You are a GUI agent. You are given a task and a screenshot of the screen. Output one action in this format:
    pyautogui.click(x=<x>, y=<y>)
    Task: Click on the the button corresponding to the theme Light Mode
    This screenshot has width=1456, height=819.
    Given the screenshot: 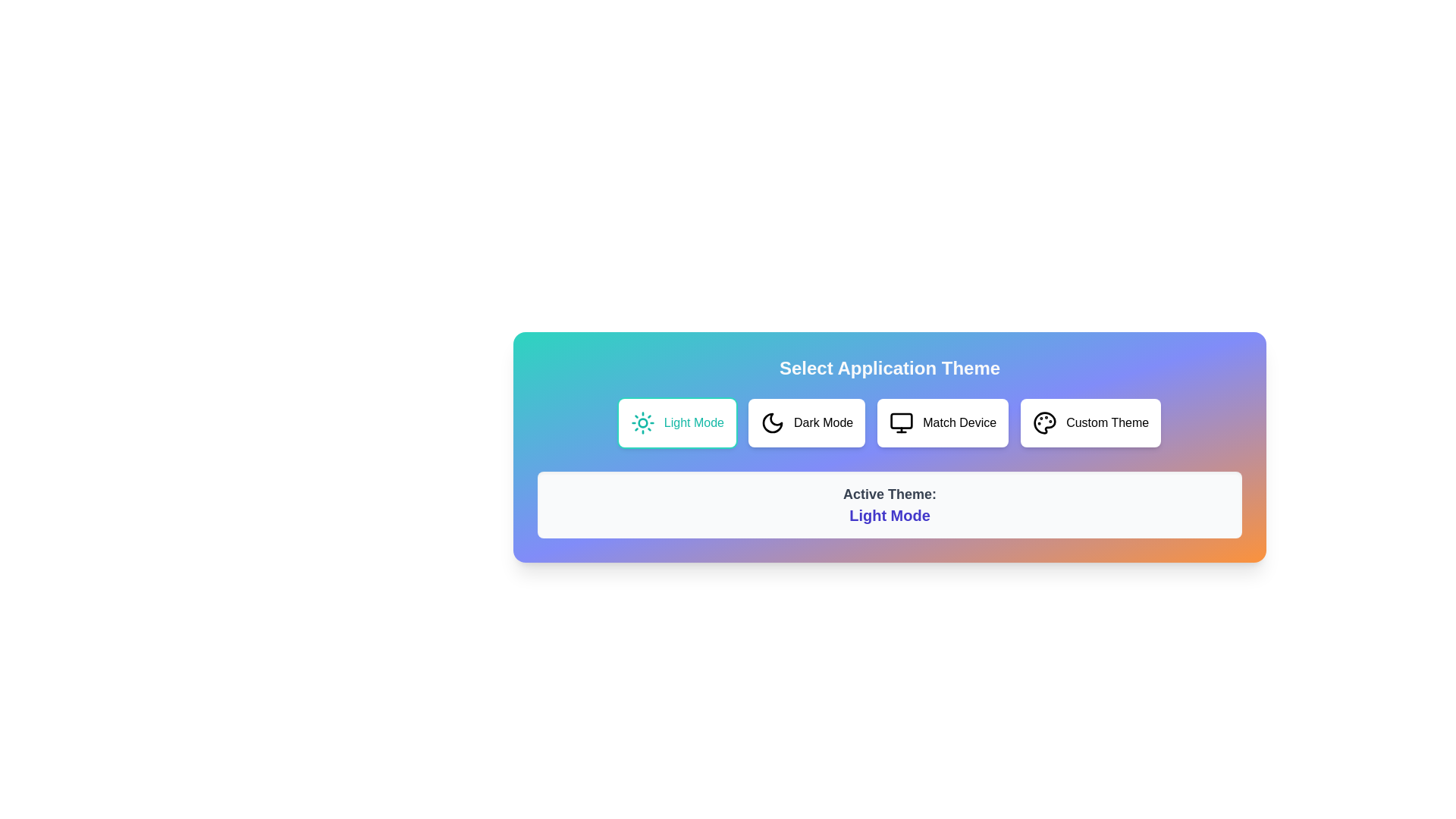 What is the action you would take?
    pyautogui.click(x=676, y=423)
    